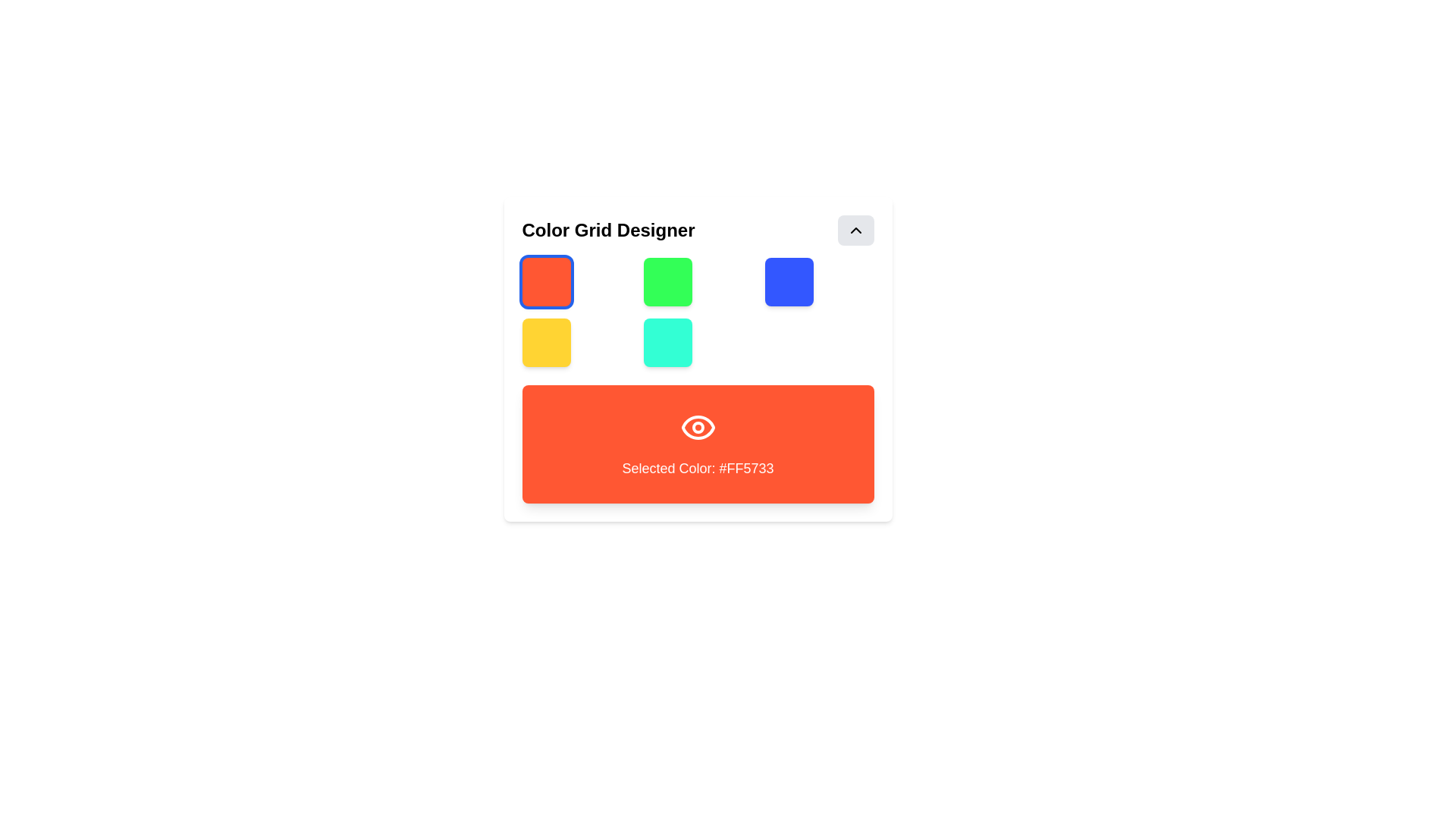 This screenshot has height=819, width=1456. What do you see at coordinates (667, 281) in the screenshot?
I see `the bright green colored square option with rounded corners, which is the second square in a grid layout, positioned between a red-tinted square and a dark blue square` at bounding box center [667, 281].